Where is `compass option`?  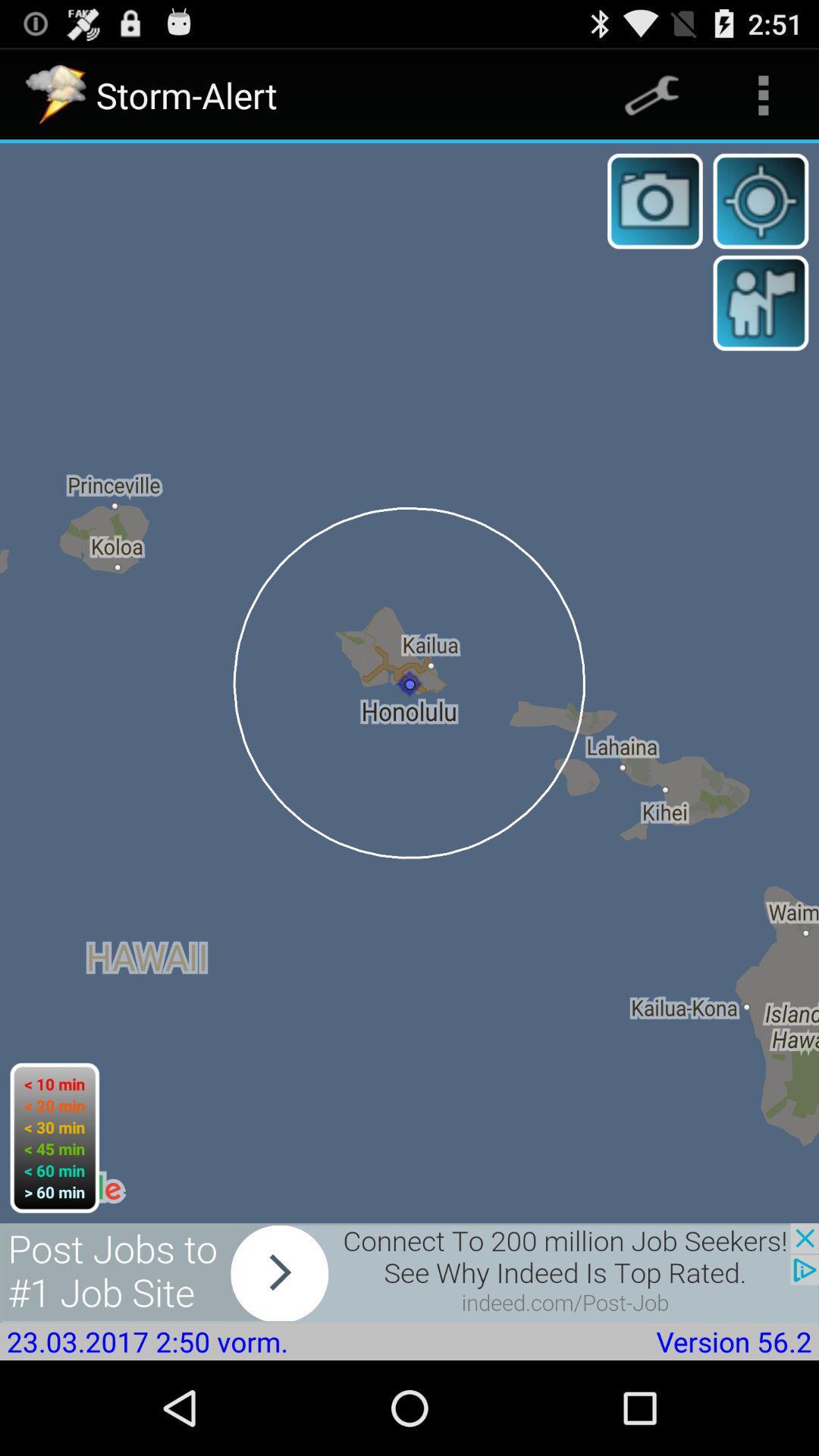 compass option is located at coordinates (761, 200).